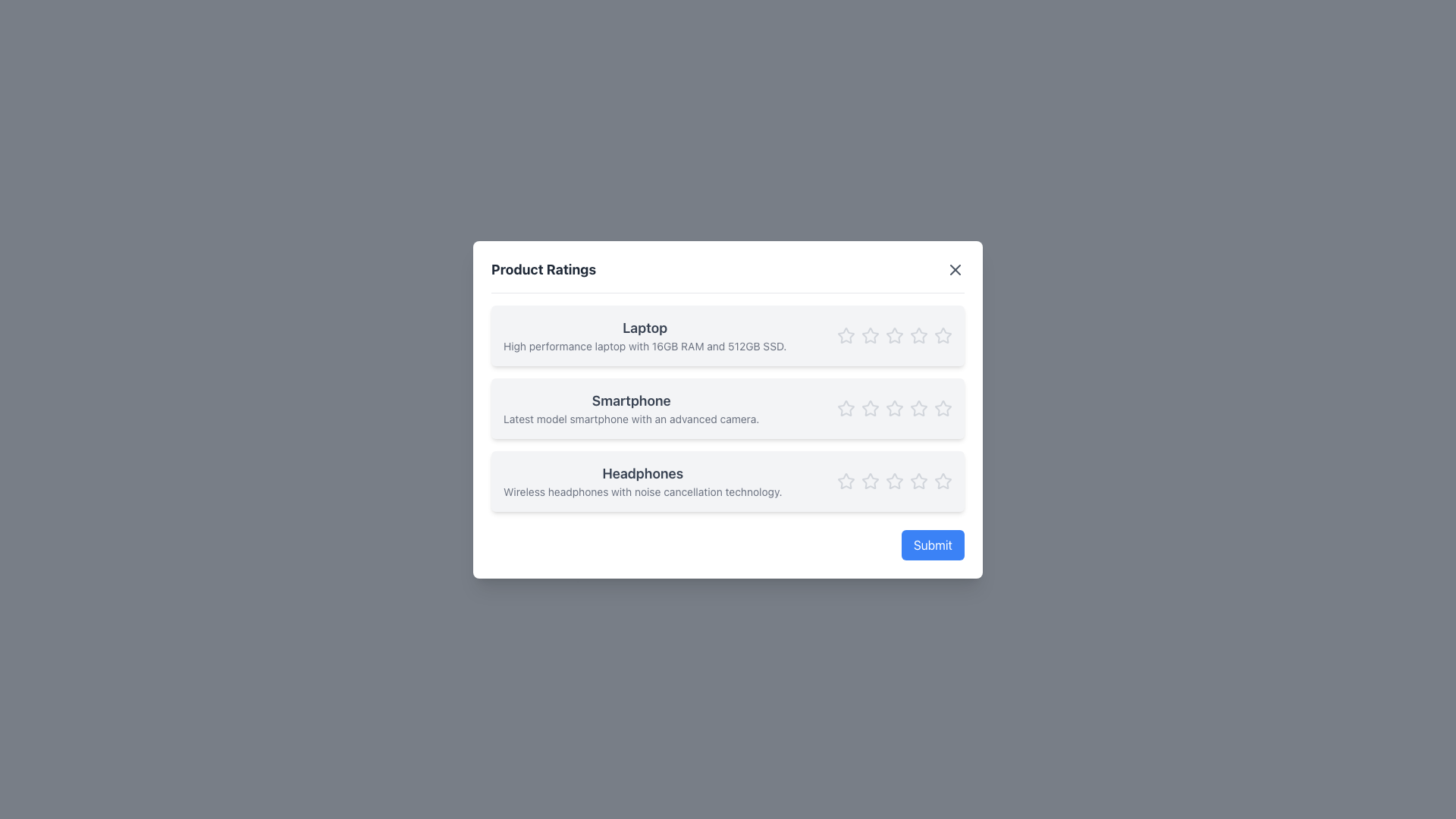 The height and width of the screenshot is (819, 1456). What do you see at coordinates (895, 481) in the screenshot?
I see `the third star in a horizontal group of five stars, located below the 'Headphones' description` at bounding box center [895, 481].